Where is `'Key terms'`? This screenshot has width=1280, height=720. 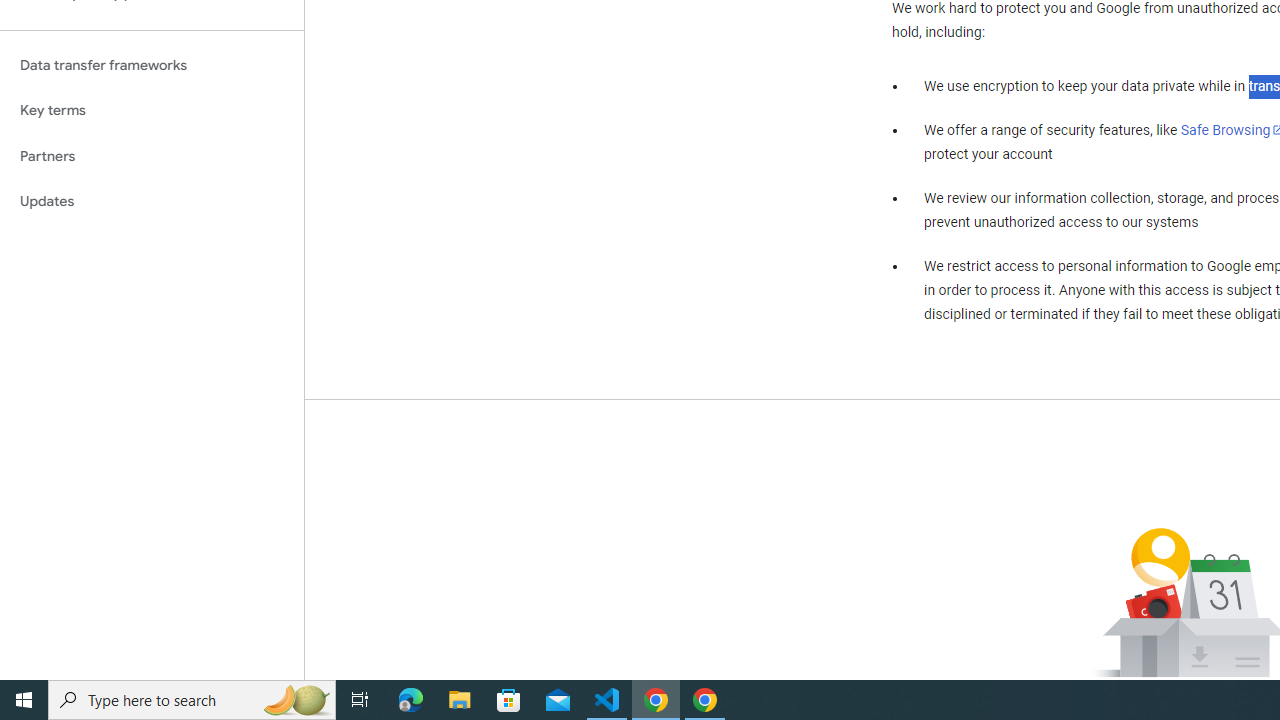 'Key terms' is located at coordinates (151, 110).